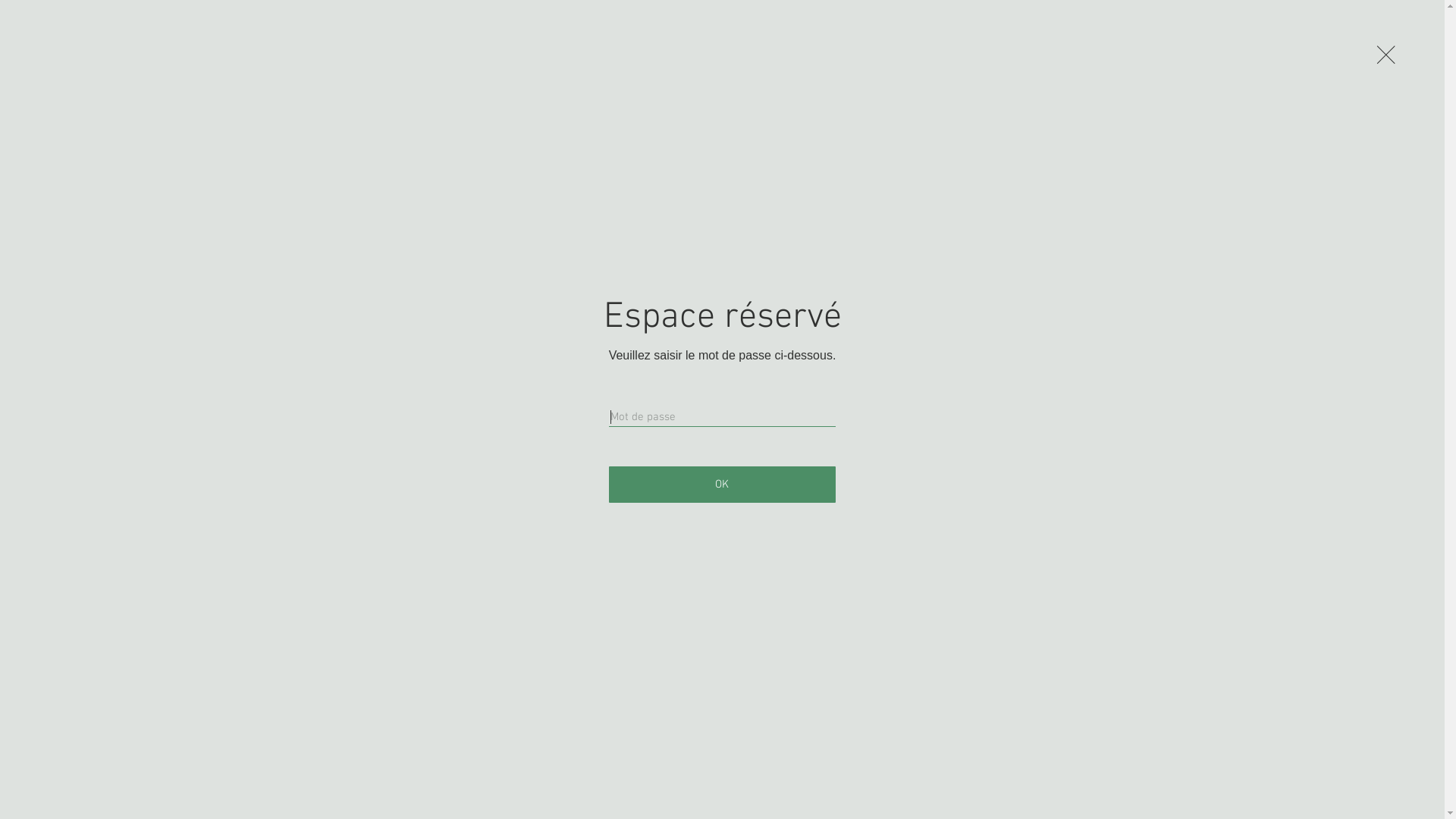 This screenshot has height=819, width=1456. What do you see at coordinates (722, 485) in the screenshot?
I see `'OK'` at bounding box center [722, 485].